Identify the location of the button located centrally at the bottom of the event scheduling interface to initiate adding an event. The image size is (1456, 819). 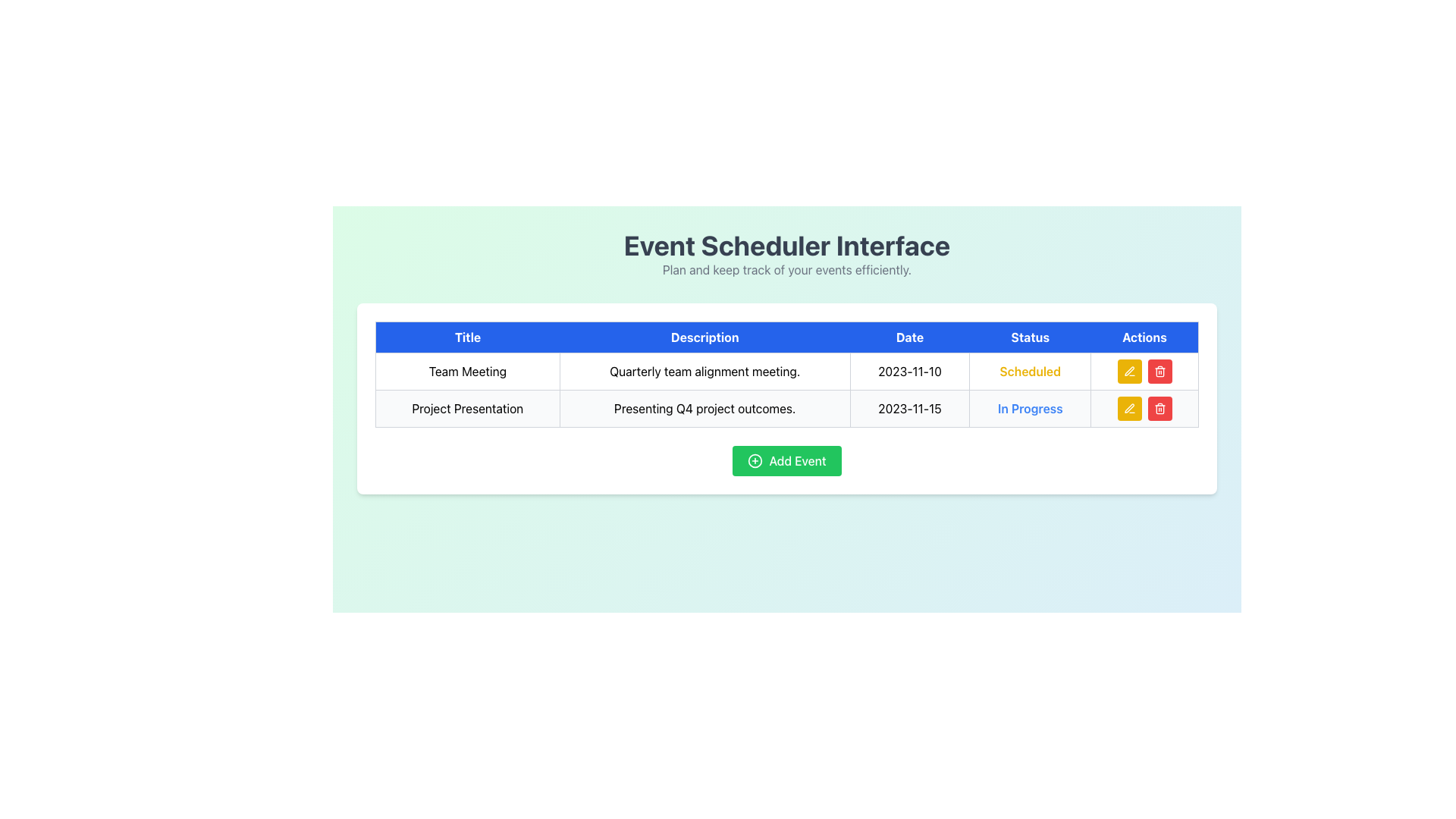
(786, 460).